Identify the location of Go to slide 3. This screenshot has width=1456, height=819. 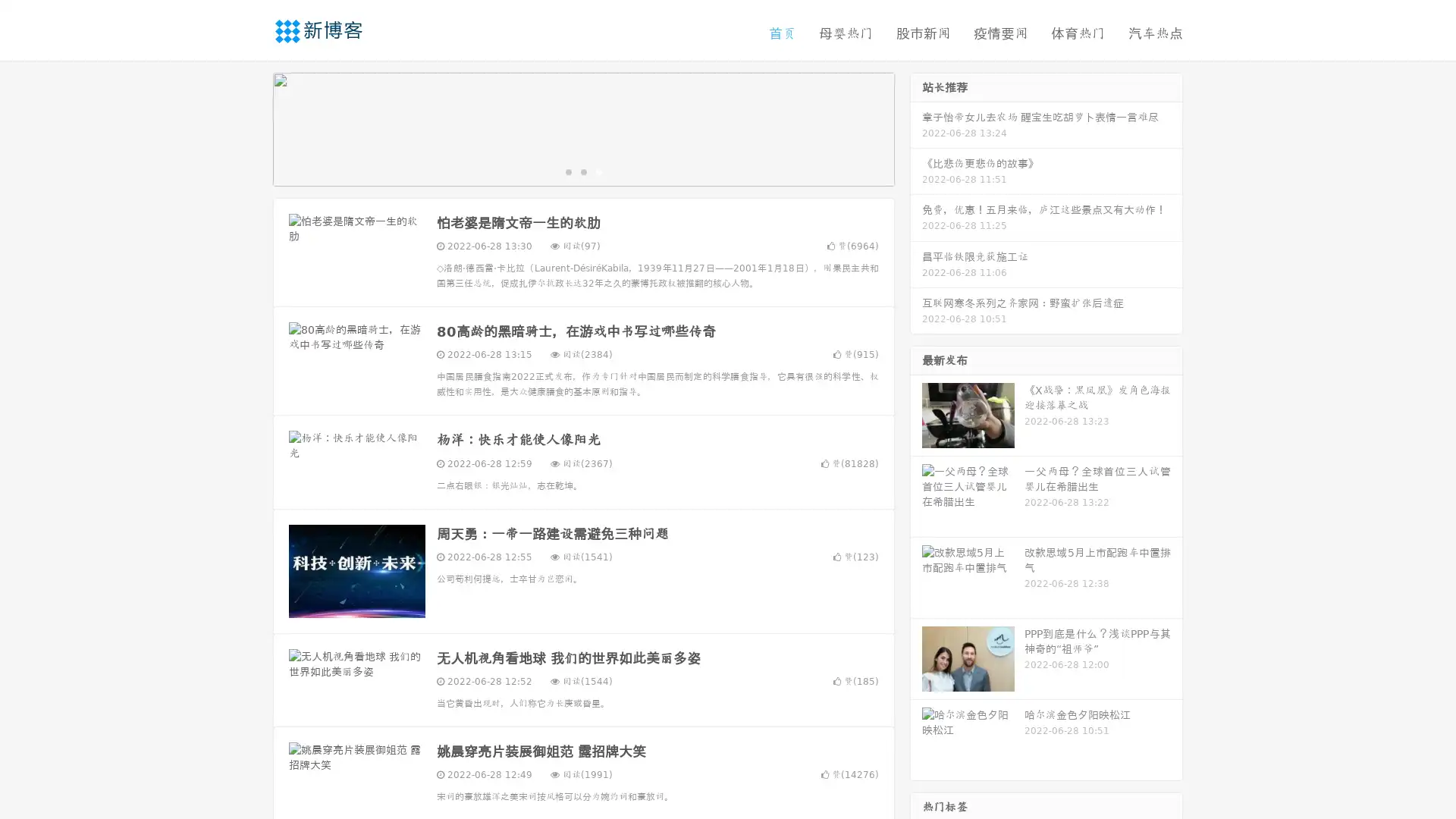
(598, 171).